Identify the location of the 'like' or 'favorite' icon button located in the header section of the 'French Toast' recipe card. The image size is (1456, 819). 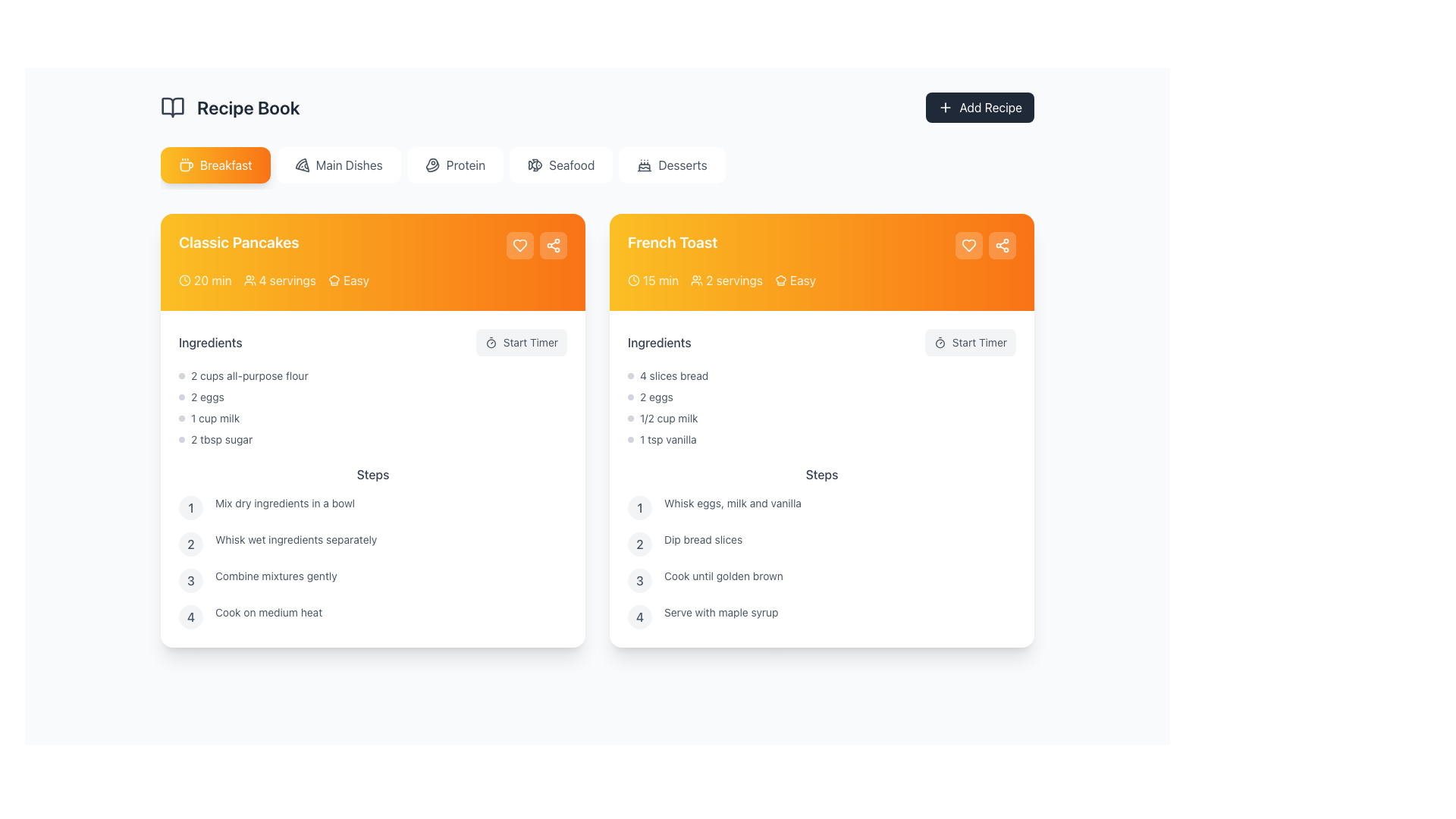
(968, 245).